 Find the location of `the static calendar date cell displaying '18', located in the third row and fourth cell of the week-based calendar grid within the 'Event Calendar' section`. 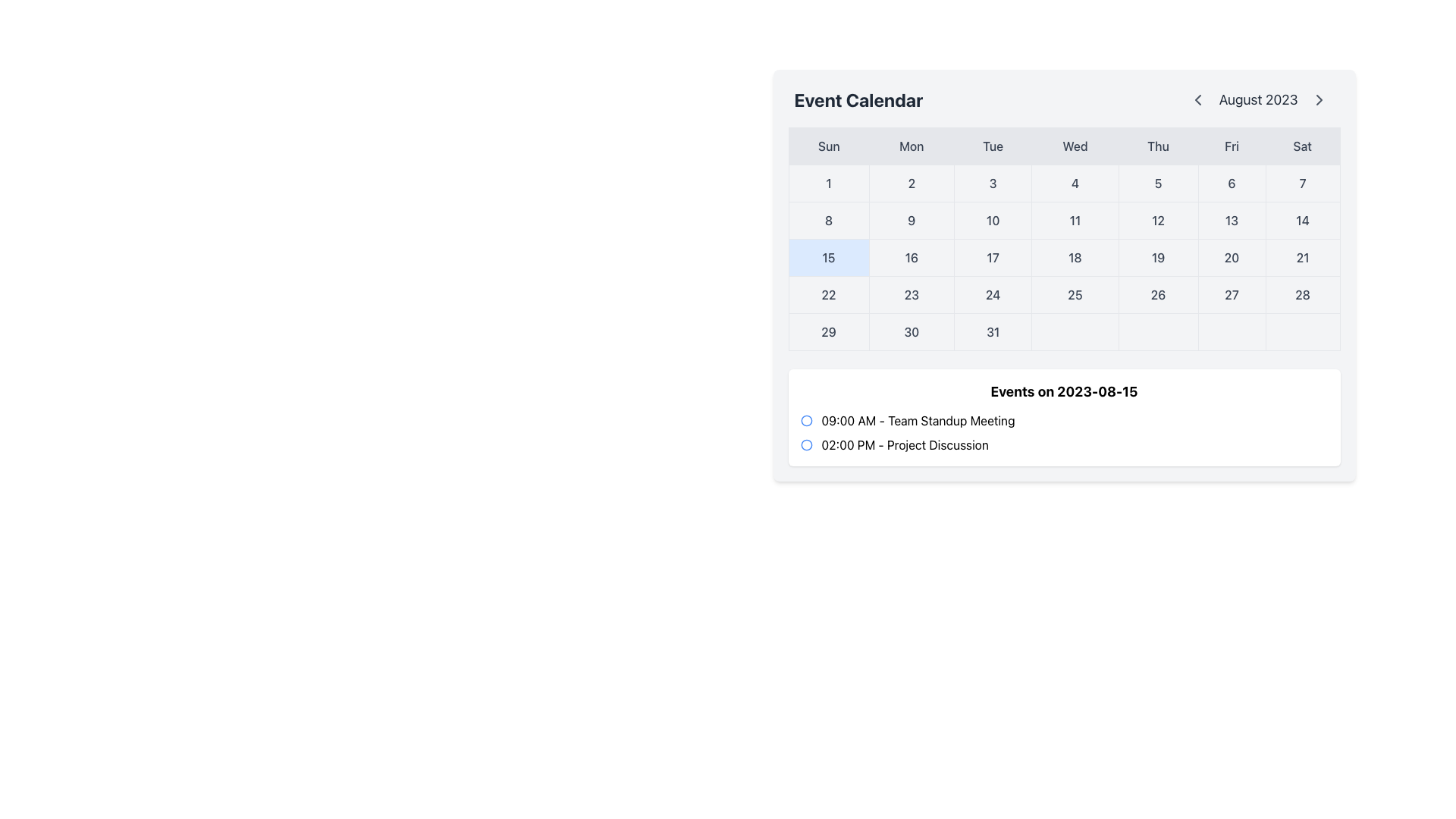

the static calendar date cell displaying '18', located in the third row and fourth cell of the week-based calendar grid within the 'Event Calendar' section is located at coordinates (1074, 256).